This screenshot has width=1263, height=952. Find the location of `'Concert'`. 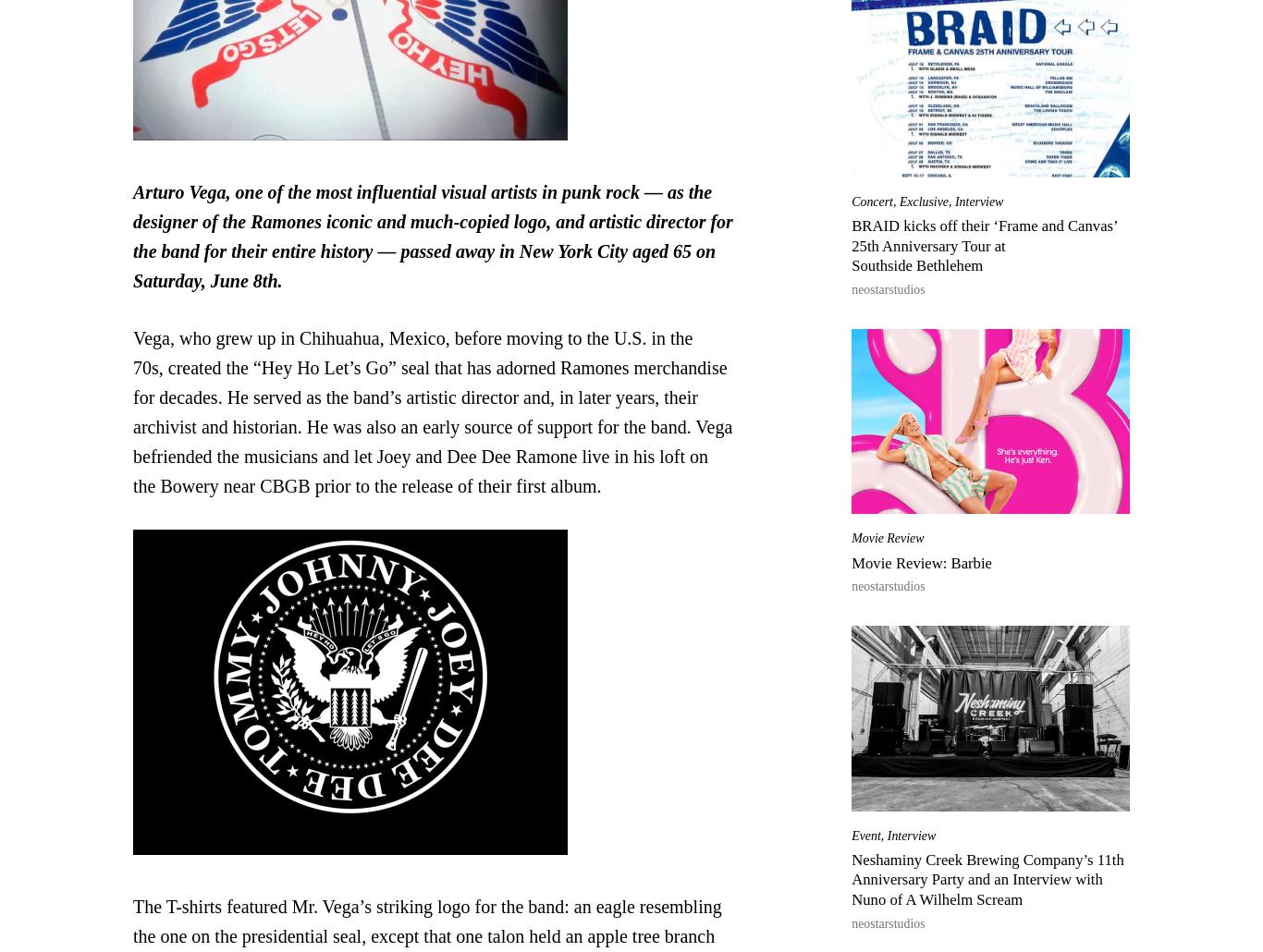

'Concert' is located at coordinates (871, 201).